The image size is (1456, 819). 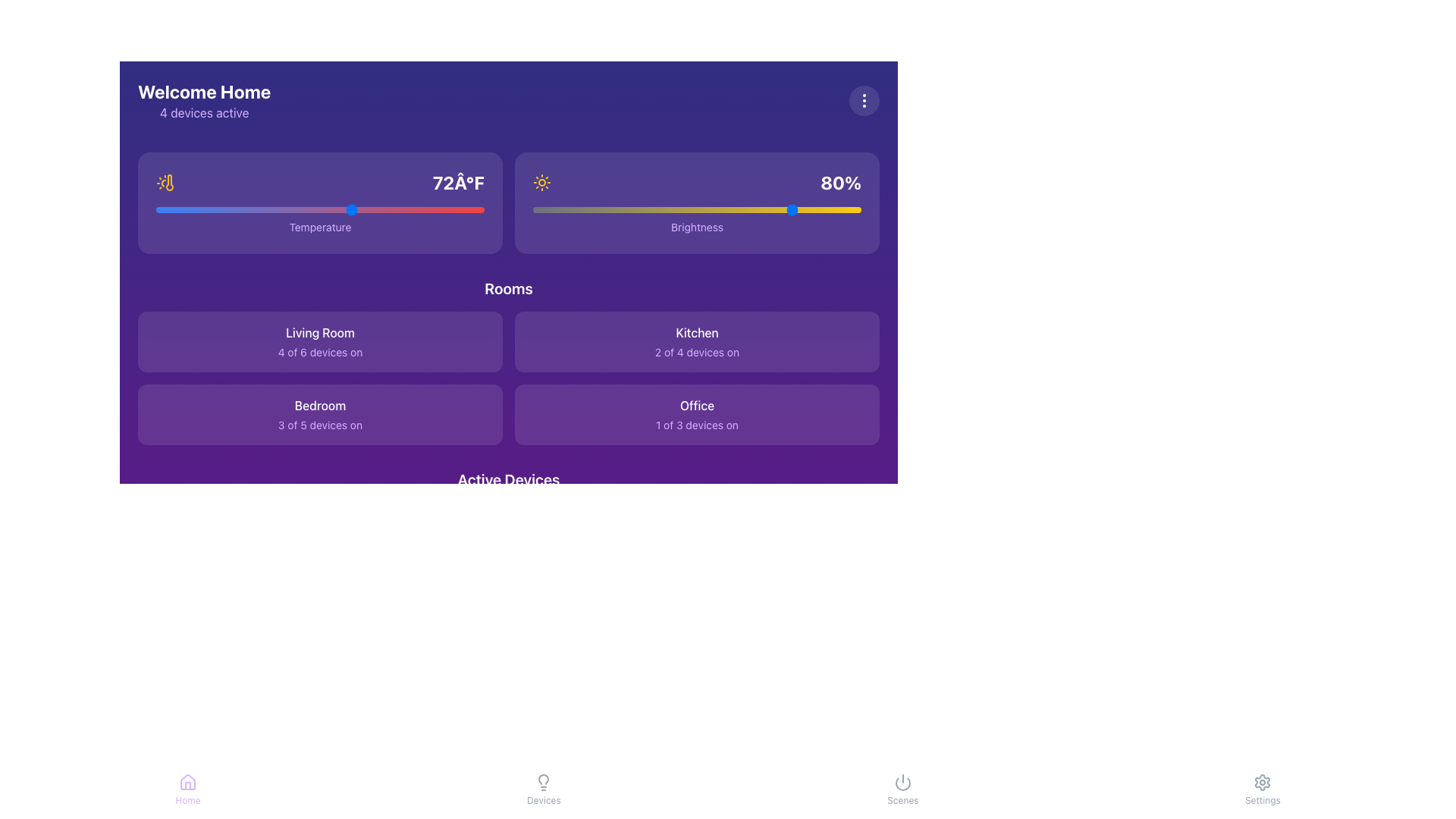 What do you see at coordinates (187, 783) in the screenshot?
I see `the 'Home' icon in the bottom navigation menu, which is represented by a house outline with a rectangular door` at bounding box center [187, 783].